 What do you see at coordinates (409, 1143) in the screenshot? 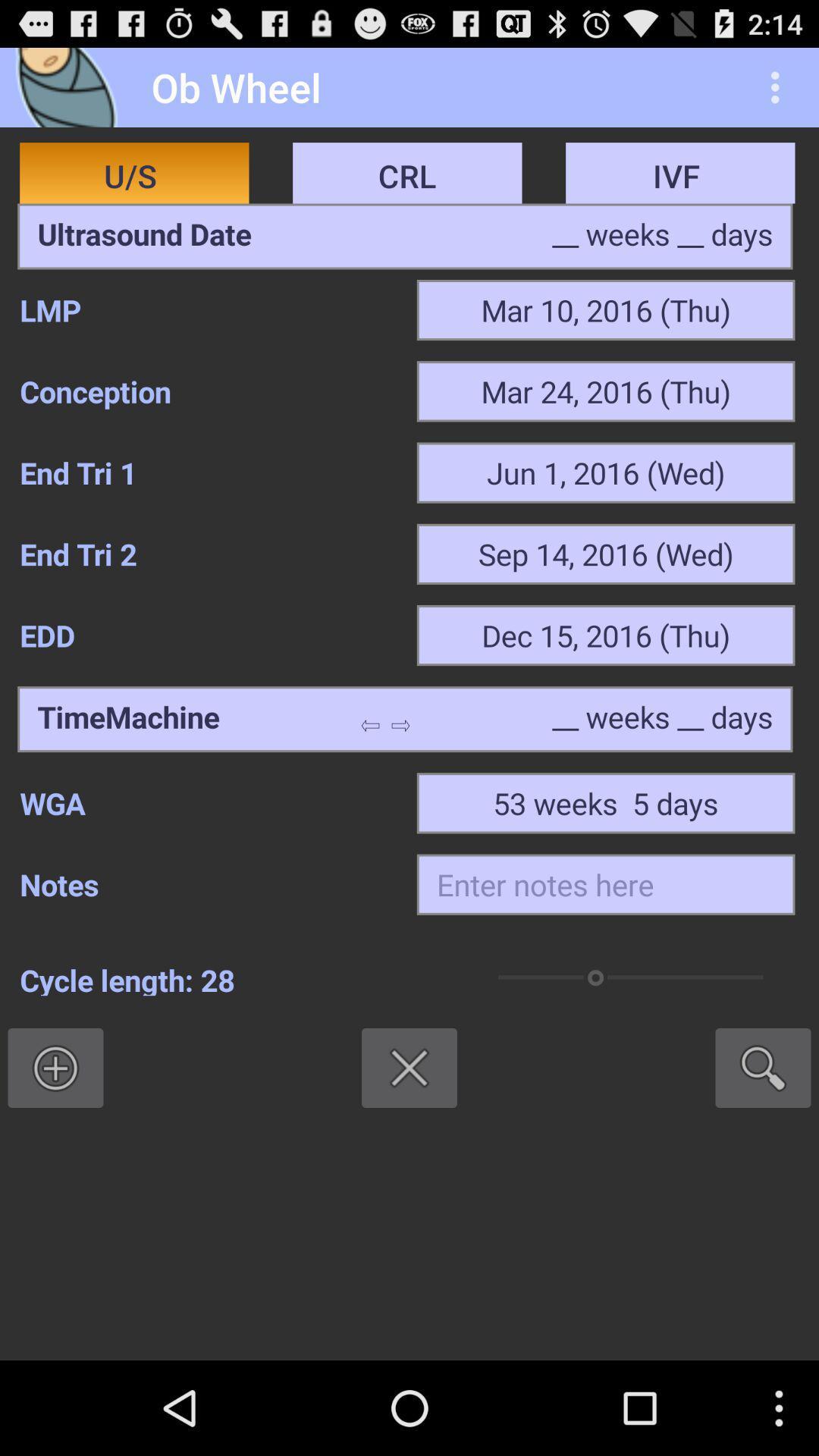
I see `the close icon` at bounding box center [409, 1143].